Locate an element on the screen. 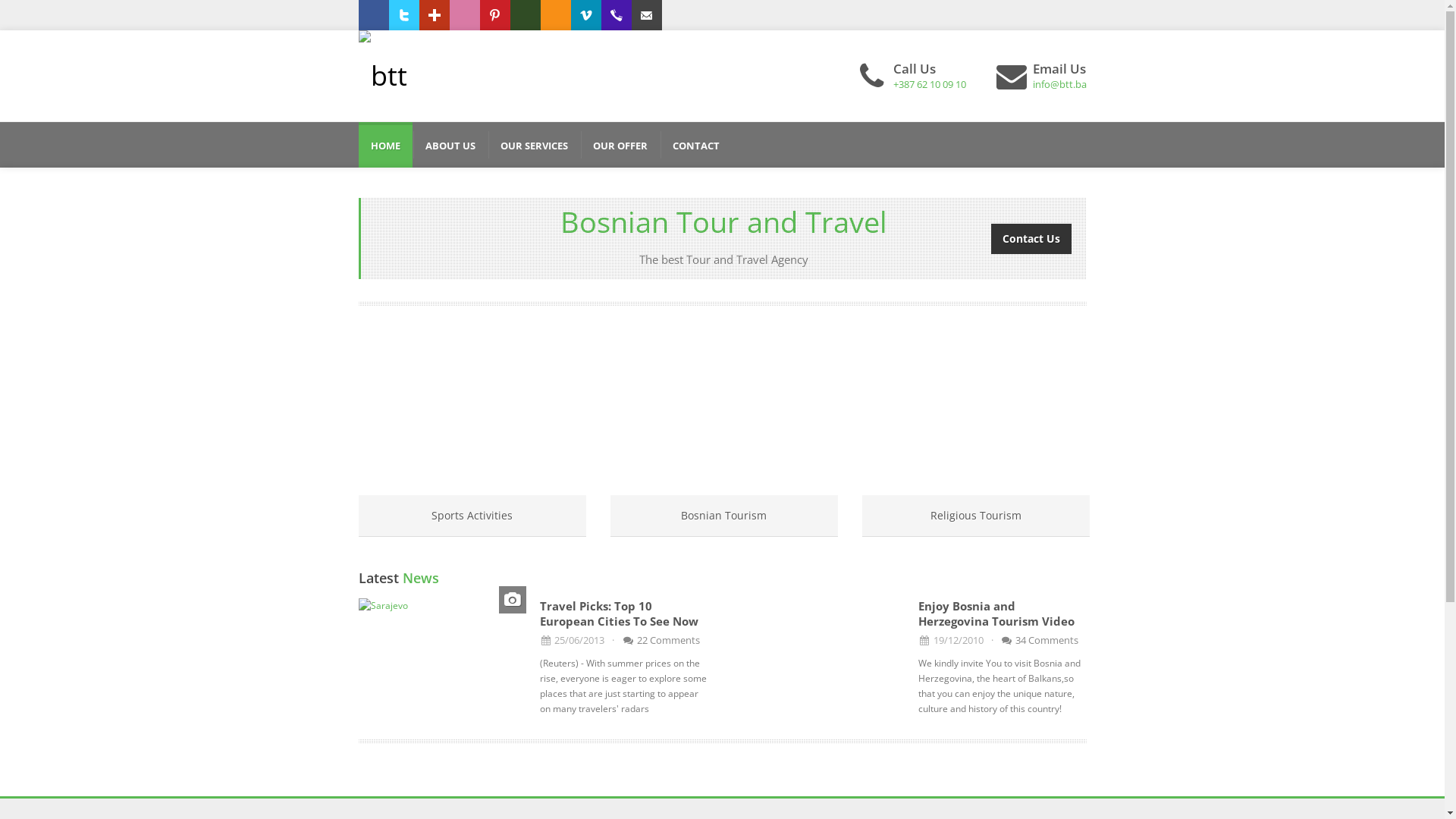  'Religious Tourism' is located at coordinates (975, 514).